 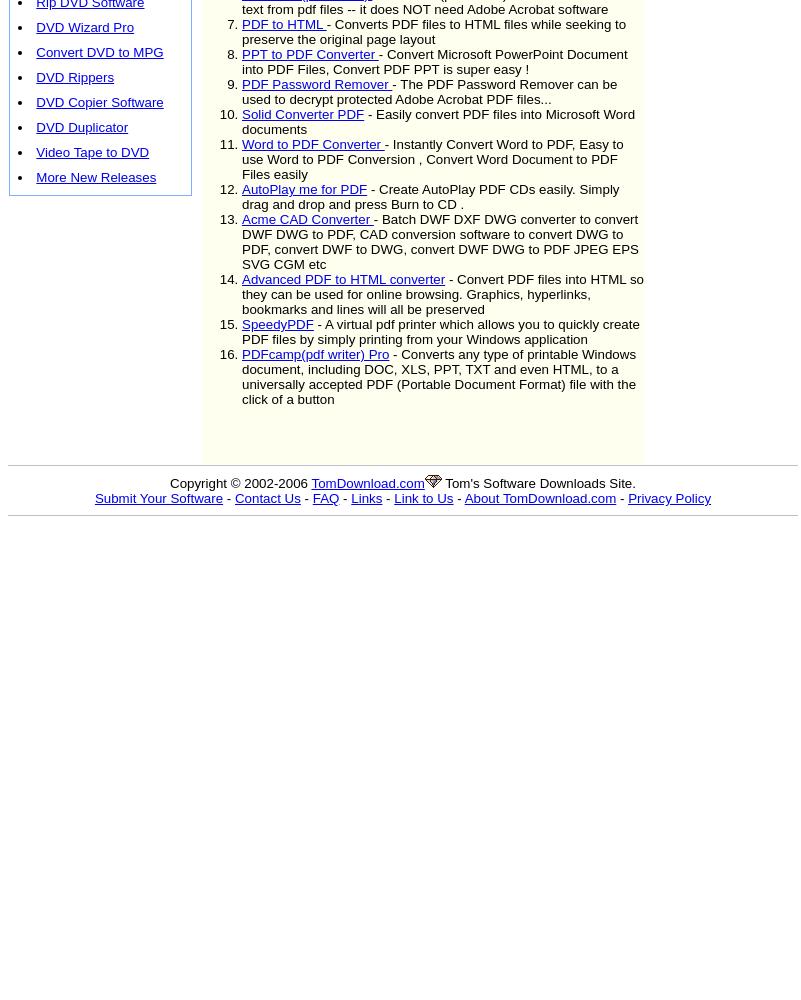 I want to click on 'Solid Converter PDF', so click(x=303, y=113).